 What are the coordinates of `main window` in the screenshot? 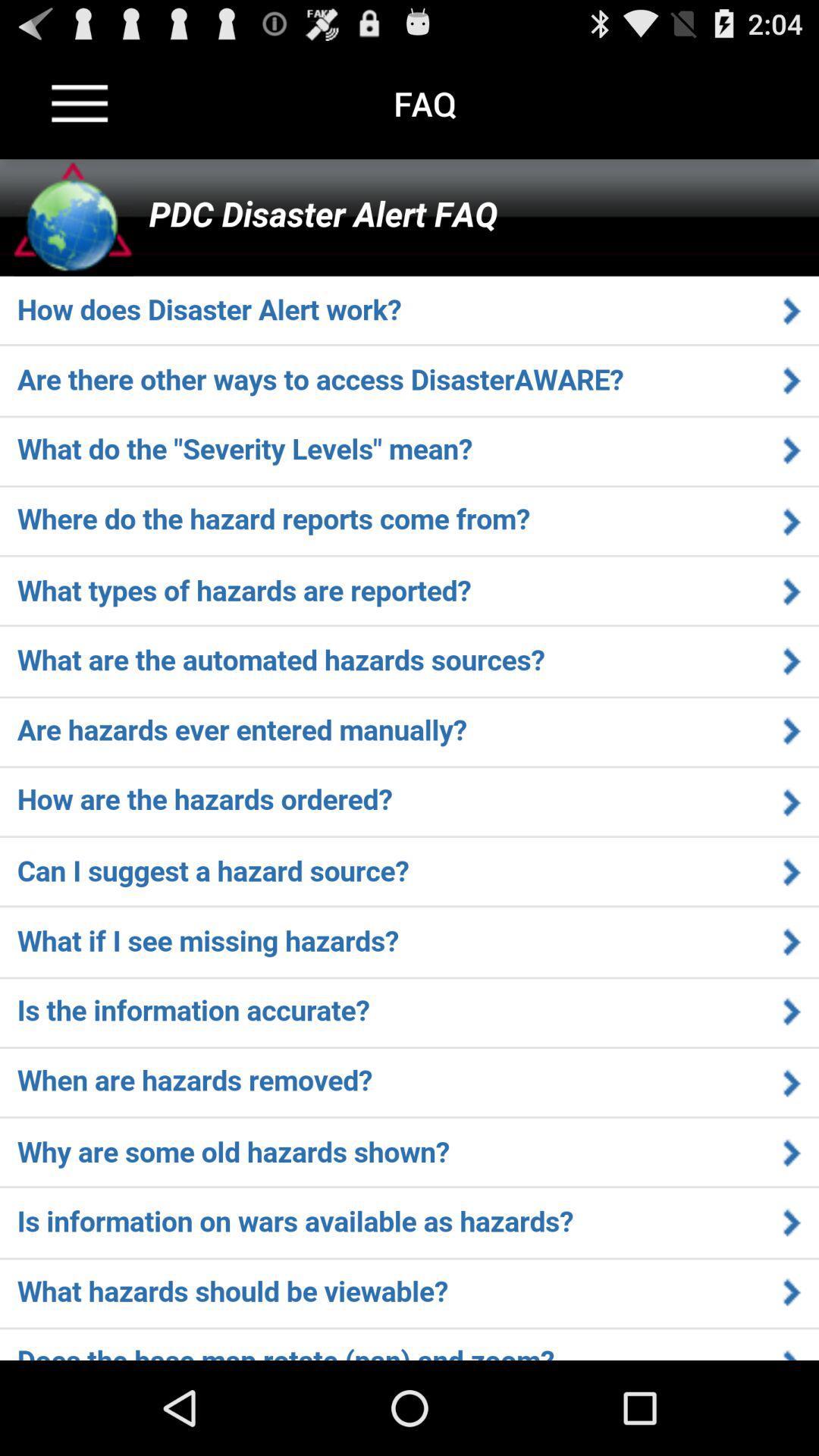 It's located at (409, 760).